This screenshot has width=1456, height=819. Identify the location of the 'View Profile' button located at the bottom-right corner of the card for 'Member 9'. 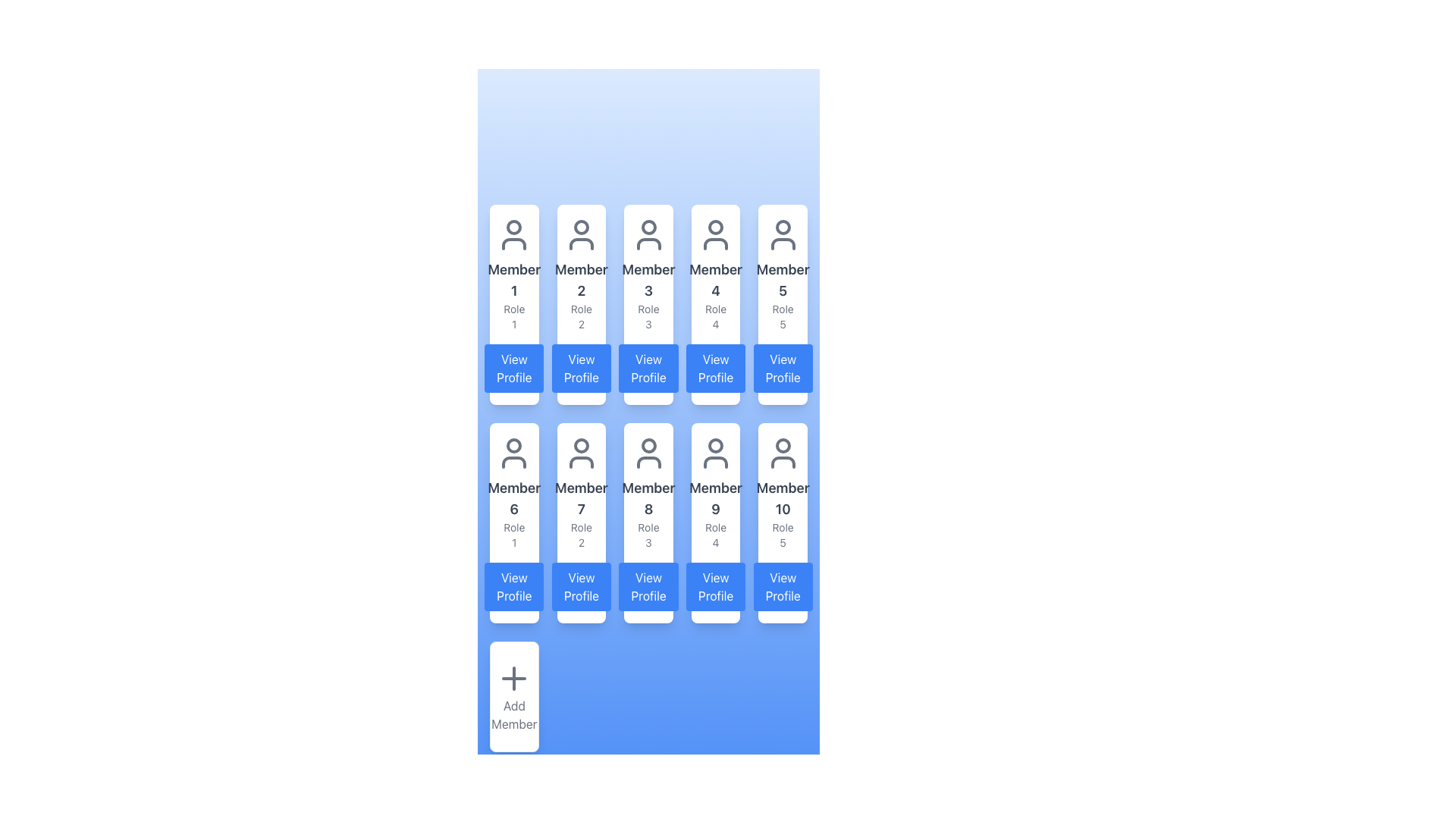
(715, 586).